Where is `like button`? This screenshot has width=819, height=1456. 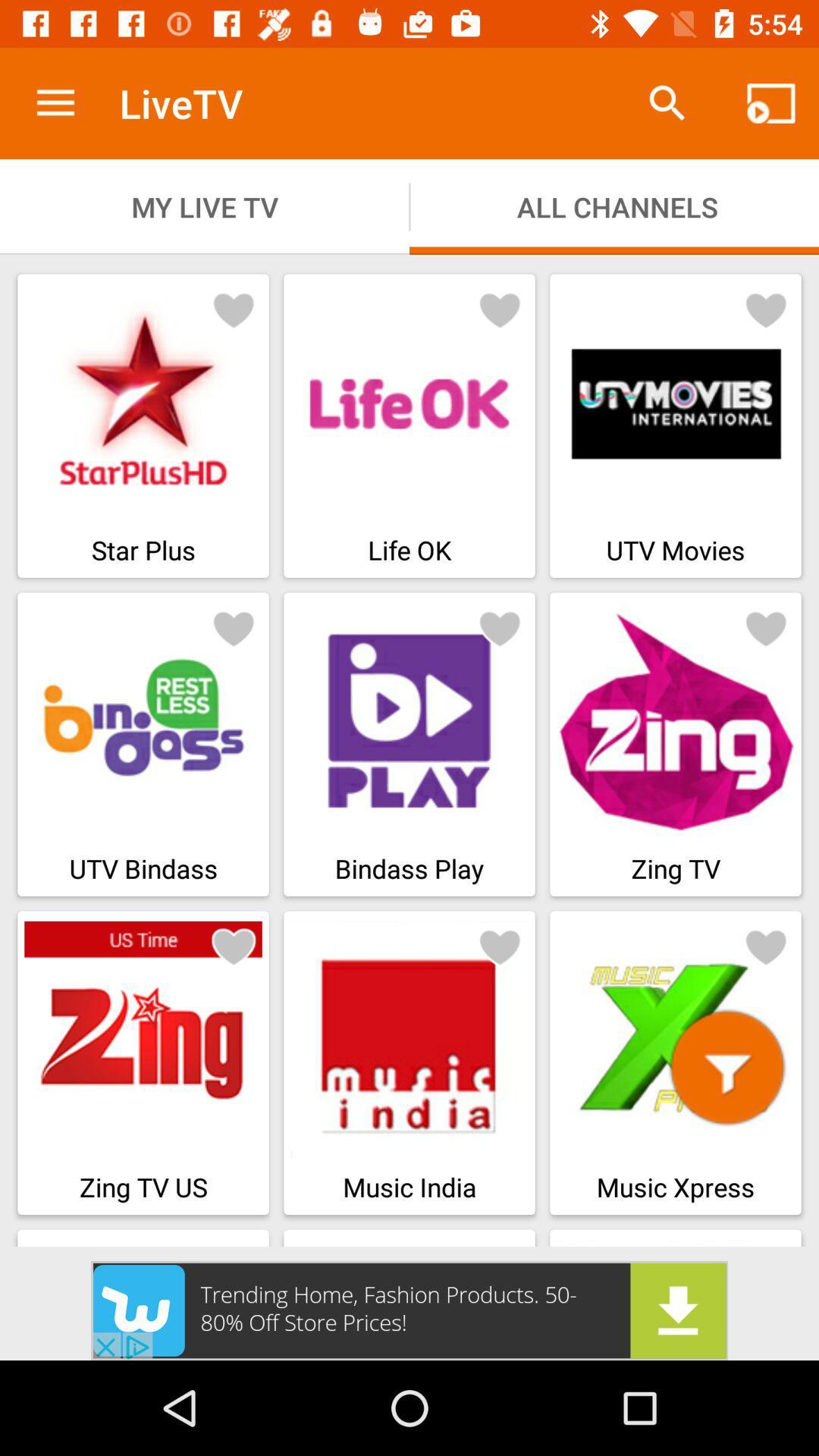 like button is located at coordinates (500, 946).